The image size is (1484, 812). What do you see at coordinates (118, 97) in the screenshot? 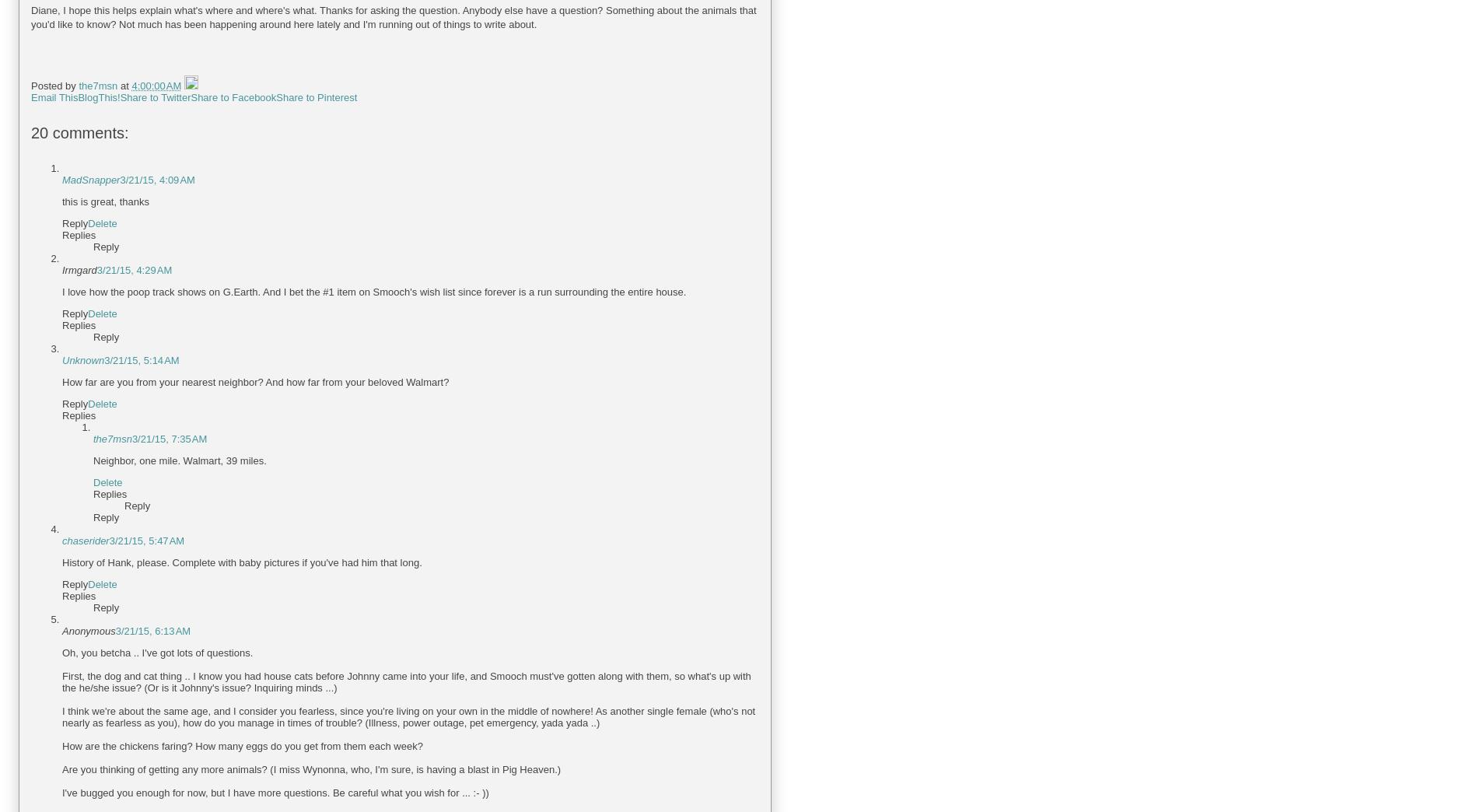
I see `'Share to Twitter'` at bounding box center [118, 97].